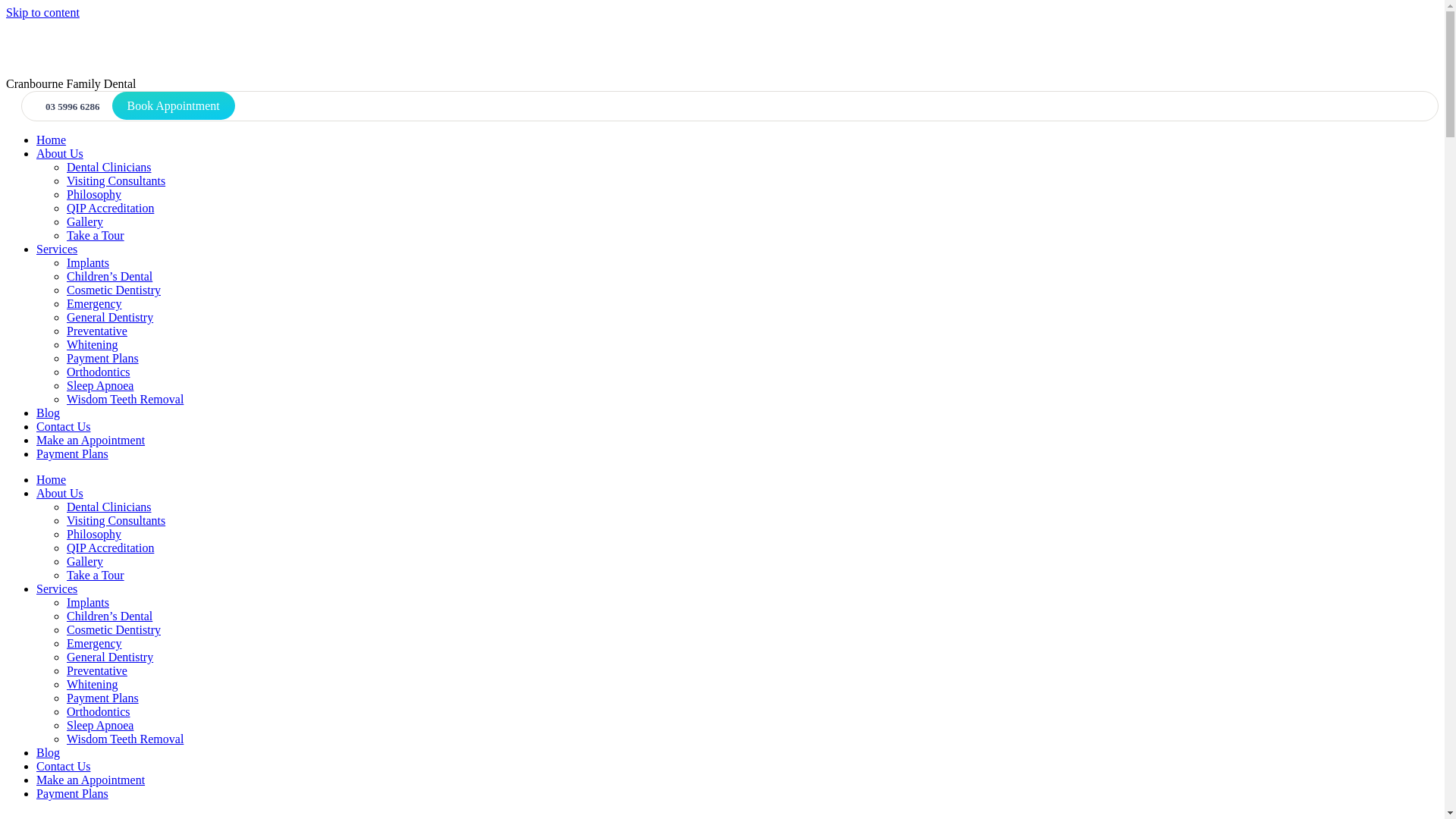 The image size is (1456, 819). Describe the element at coordinates (108, 316) in the screenshot. I see `'General Dentistry'` at that location.